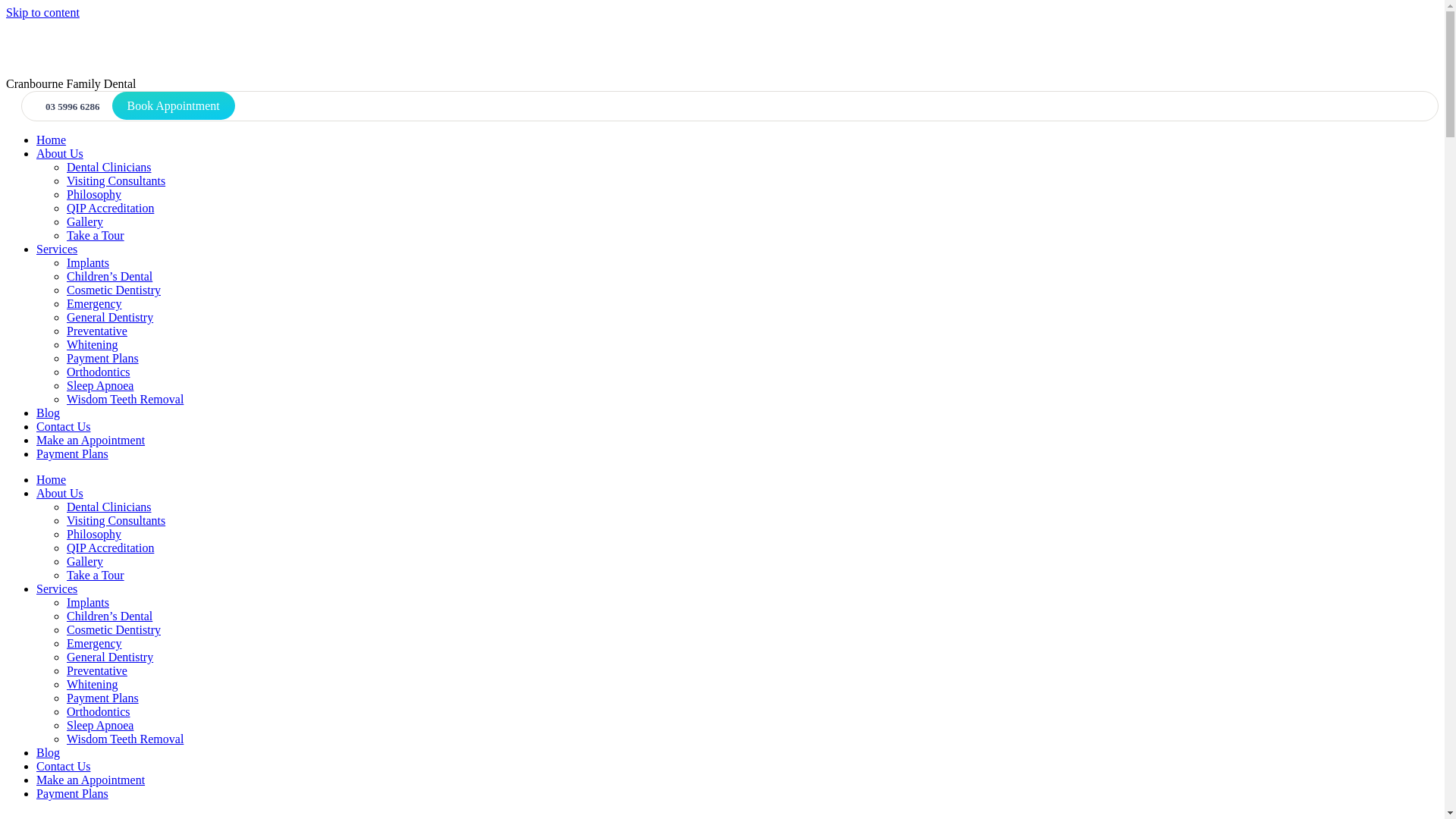 The image size is (1456, 819). Describe the element at coordinates (108, 316) in the screenshot. I see `'General Dentistry'` at that location.